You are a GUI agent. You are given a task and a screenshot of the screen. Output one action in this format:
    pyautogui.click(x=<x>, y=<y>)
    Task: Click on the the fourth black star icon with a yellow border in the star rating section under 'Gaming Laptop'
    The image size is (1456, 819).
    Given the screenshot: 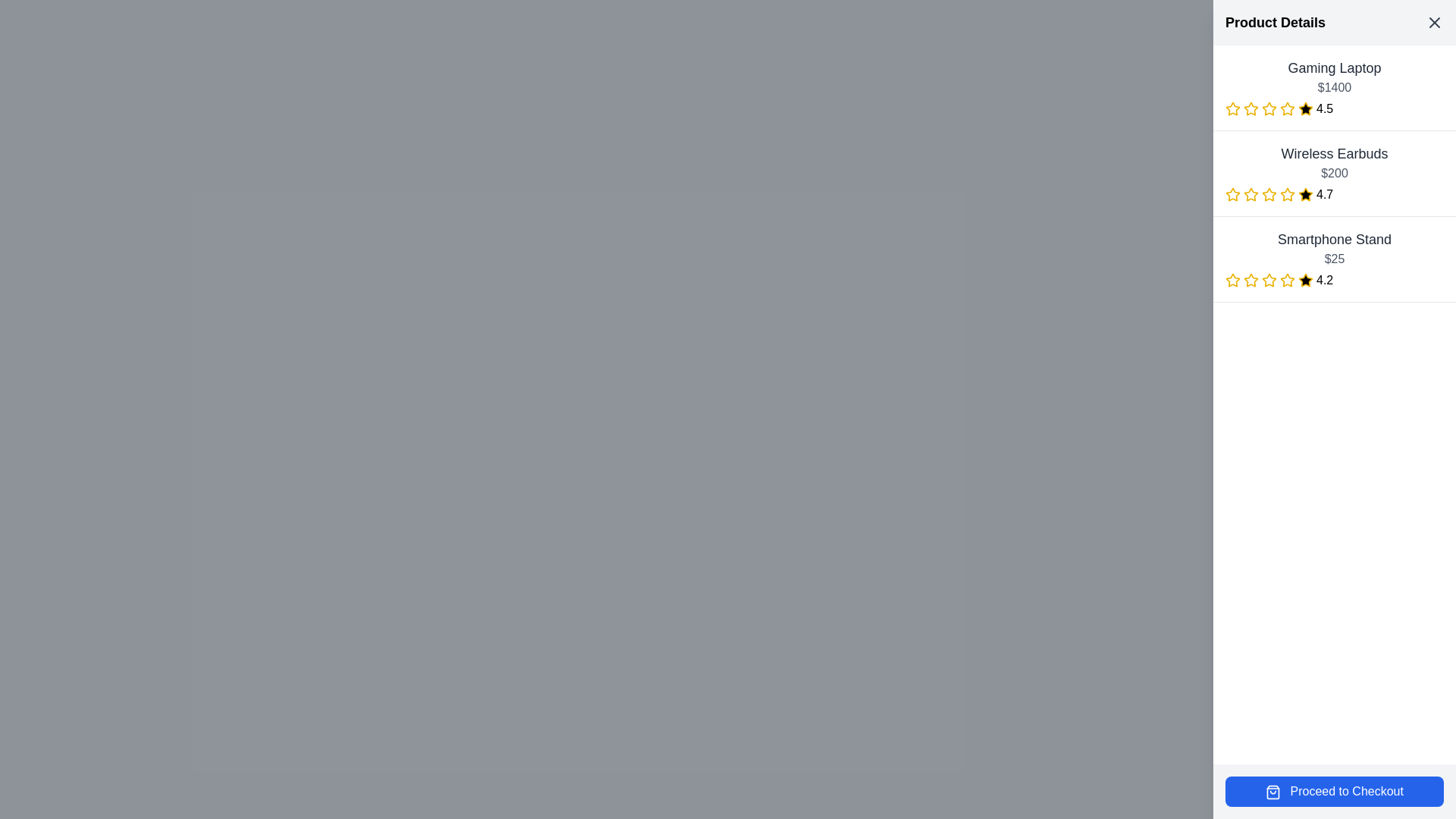 What is the action you would take?
    pyautogui.click(x=1305, y=108)
    